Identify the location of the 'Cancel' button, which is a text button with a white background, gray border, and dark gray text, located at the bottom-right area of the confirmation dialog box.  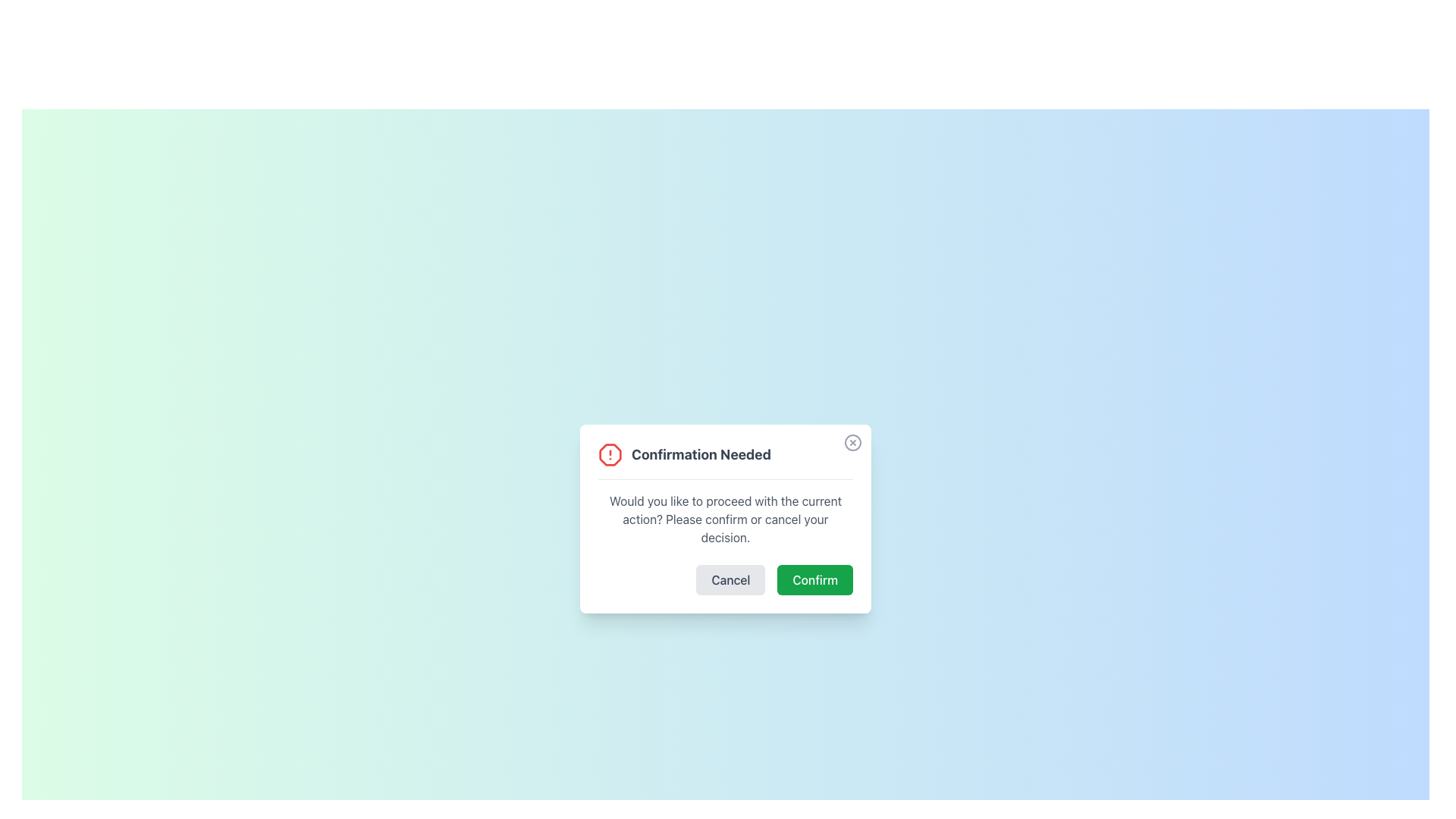
(724, 579).